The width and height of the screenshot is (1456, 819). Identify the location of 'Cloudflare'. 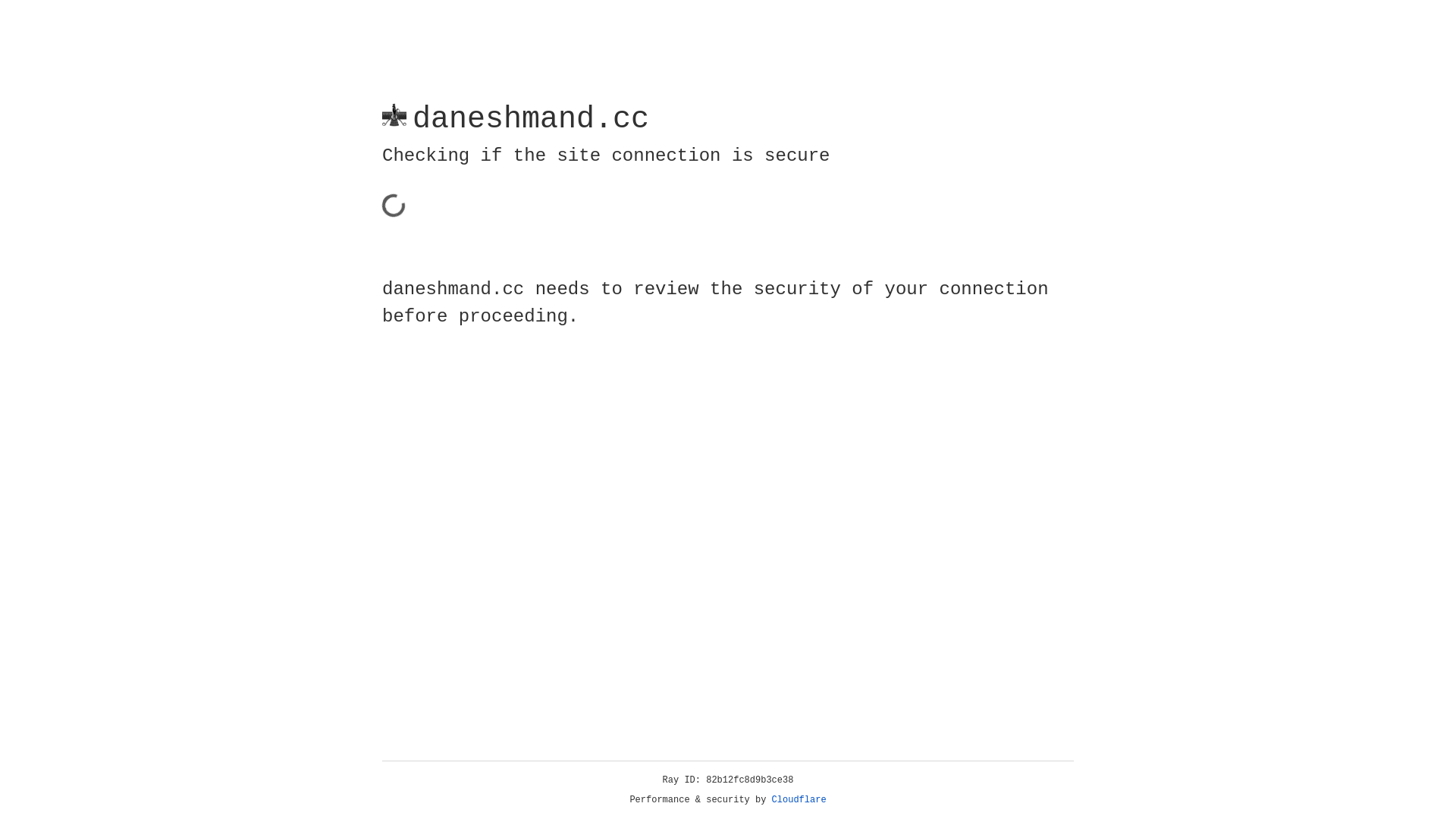
(799, 799).